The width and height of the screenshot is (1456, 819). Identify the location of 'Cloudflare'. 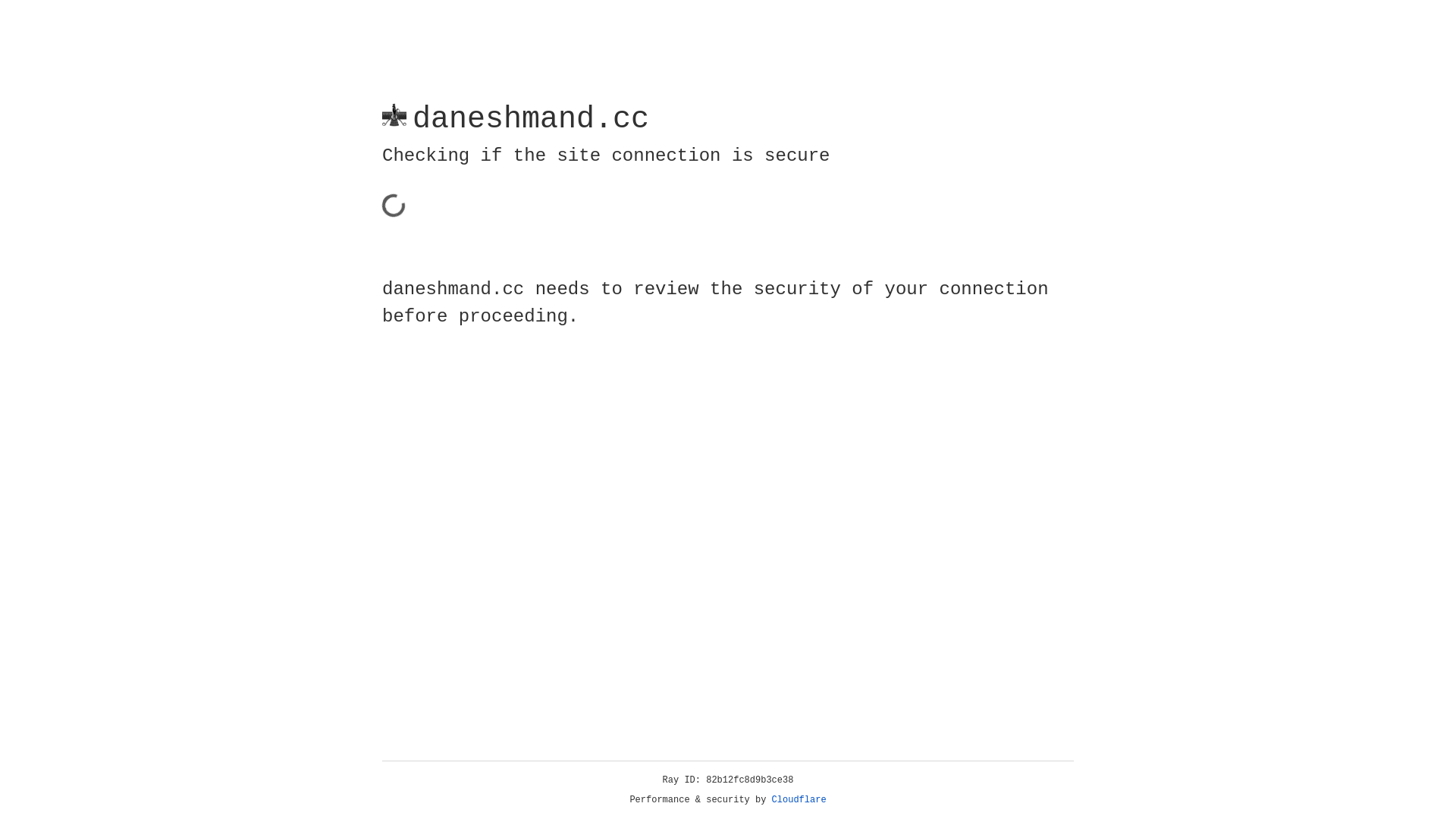
(799, 799).